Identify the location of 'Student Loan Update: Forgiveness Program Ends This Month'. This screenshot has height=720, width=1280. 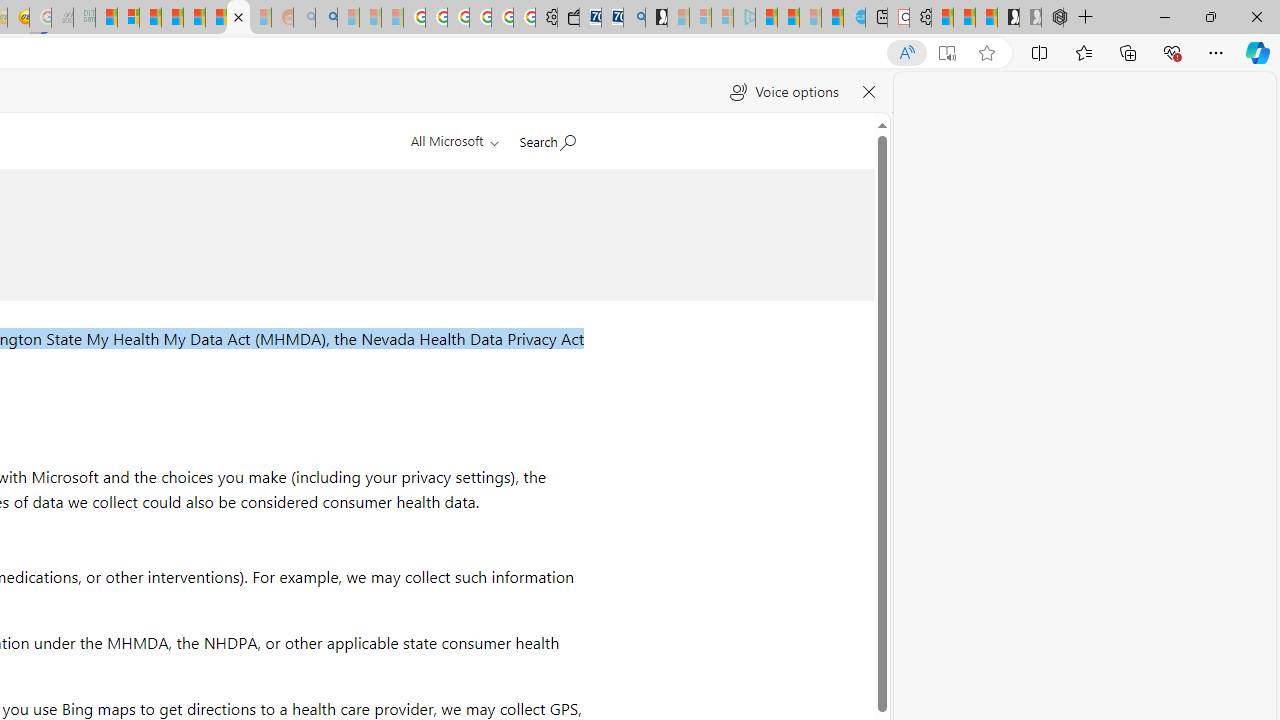
(172, 17).